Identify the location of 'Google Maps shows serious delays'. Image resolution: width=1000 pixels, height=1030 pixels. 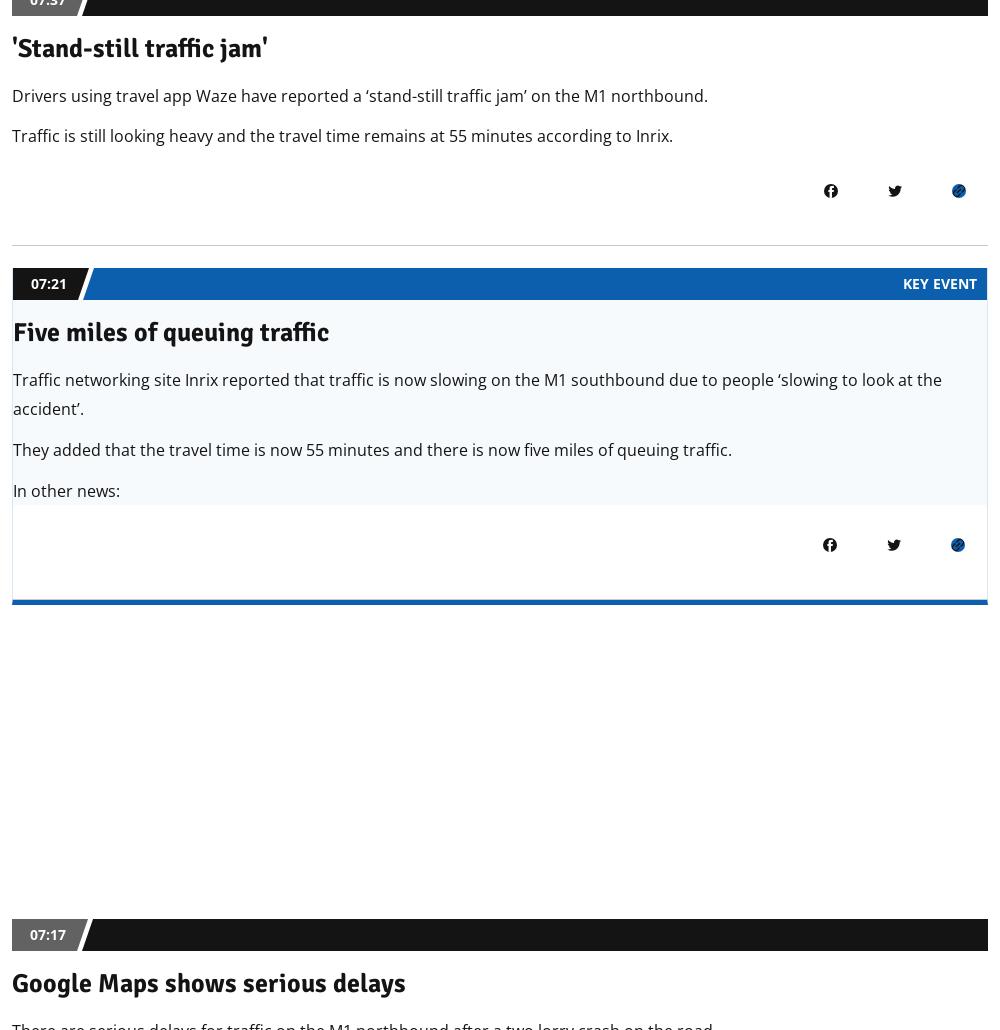
(208, 982).